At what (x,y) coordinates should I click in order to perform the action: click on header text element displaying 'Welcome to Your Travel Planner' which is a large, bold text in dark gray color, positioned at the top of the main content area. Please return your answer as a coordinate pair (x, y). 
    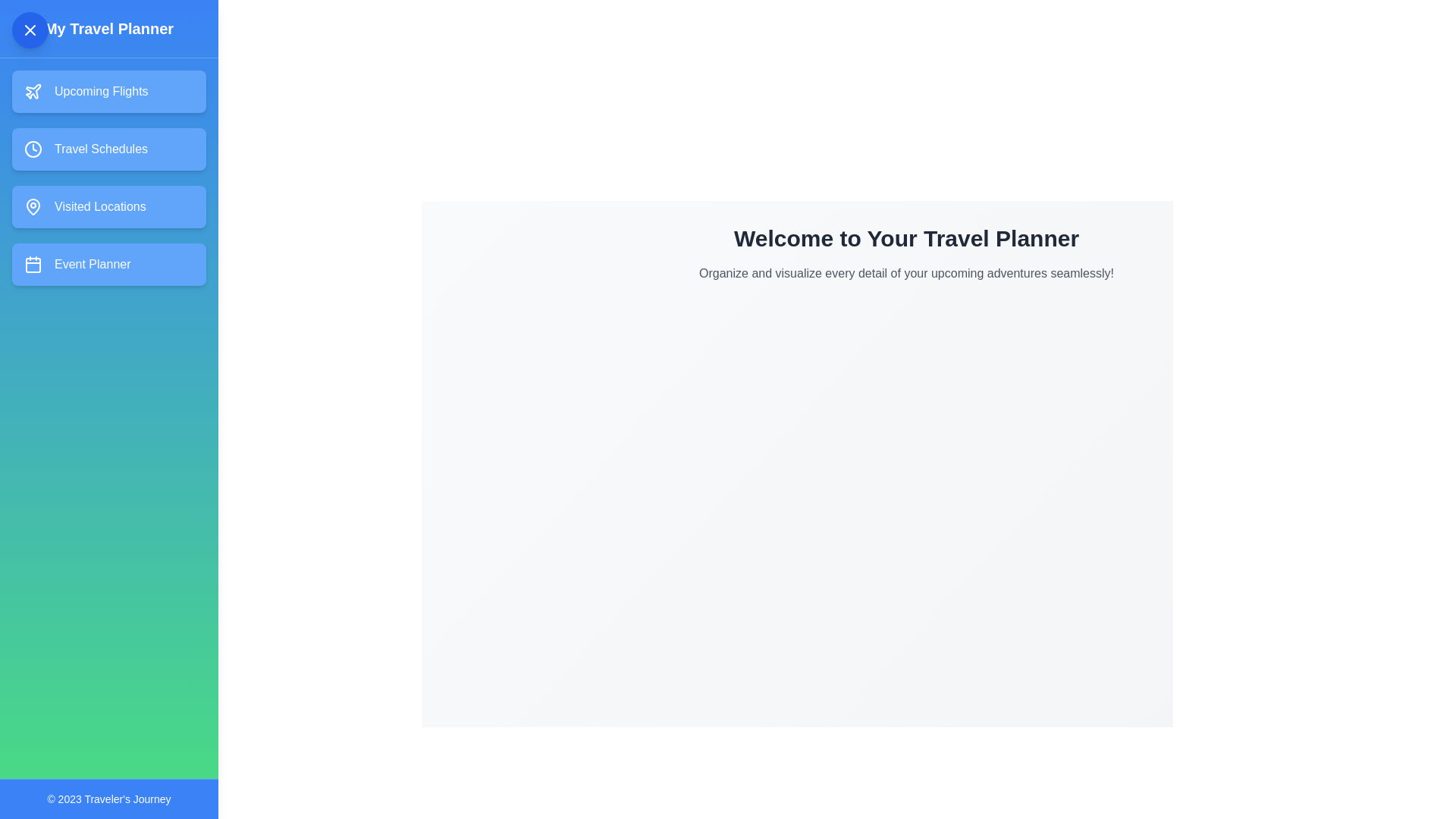
    Looking at the image, I should click on (906, 239).